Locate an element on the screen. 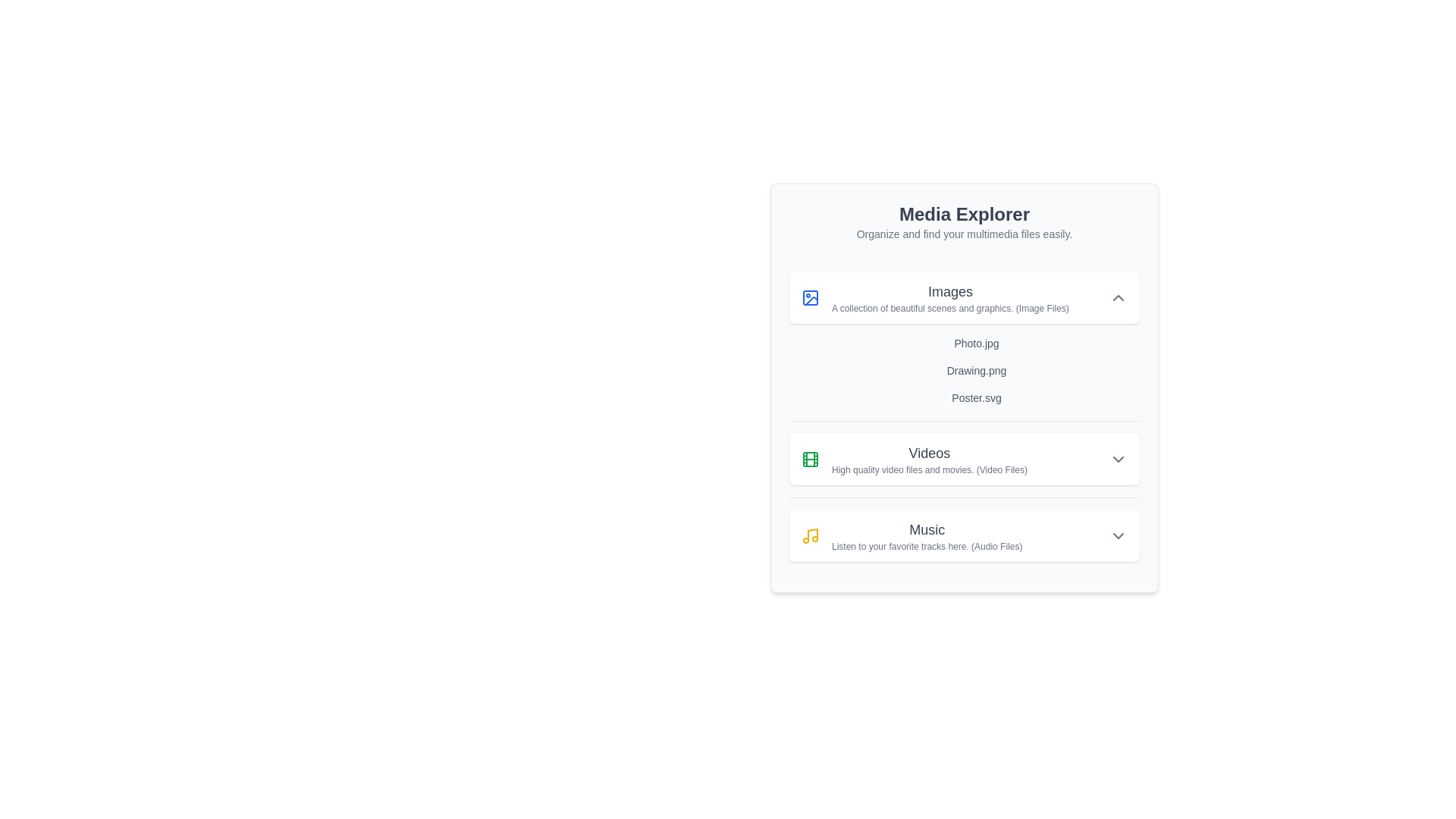 The width and height of the screenshot is (1456, 819). the descriptive text label located directly below the 'Music' text in the music section of the interface is located at coordinates (926, 547).